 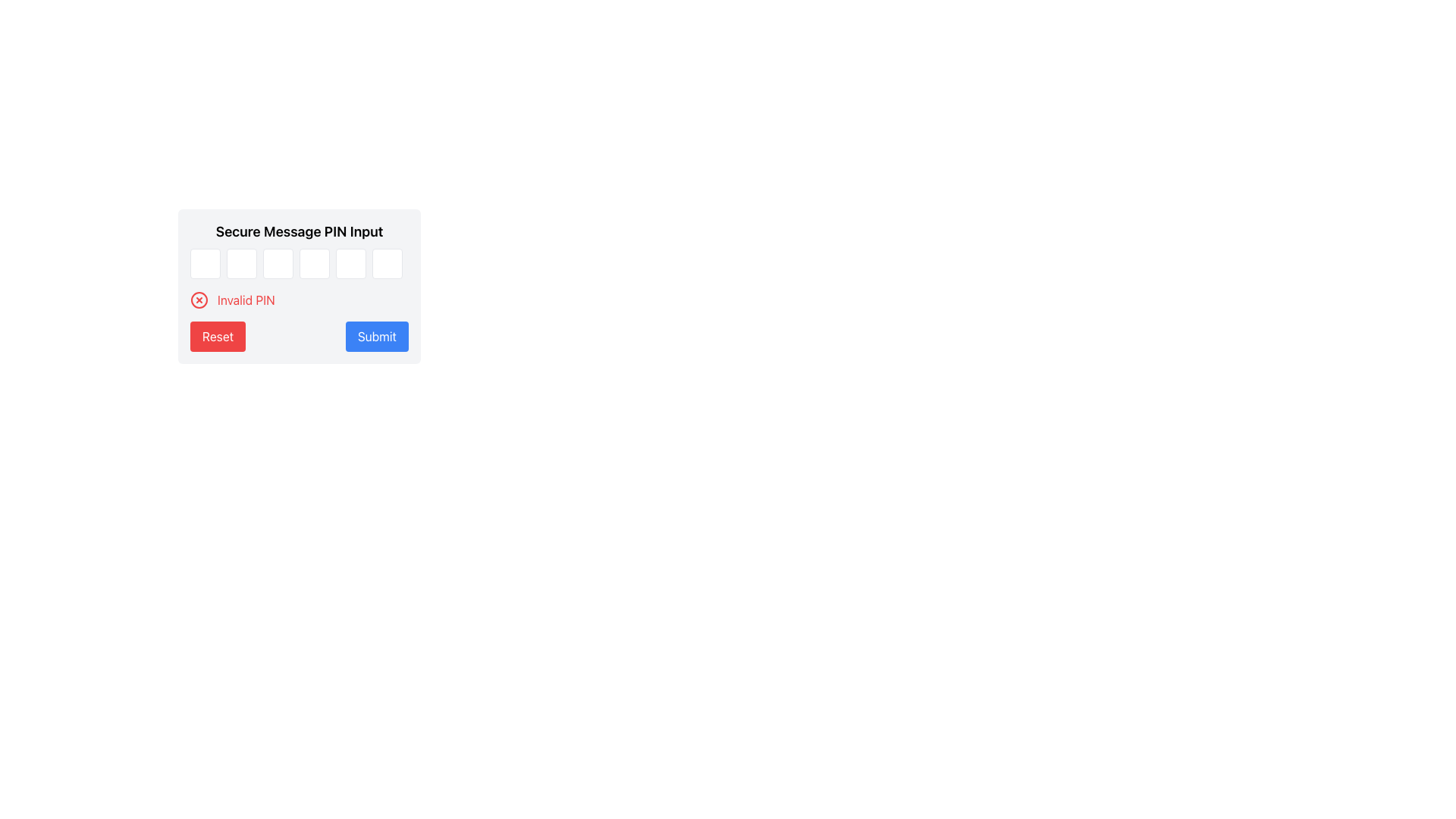 I want to click on inside the second input field of the horizontally aligned group of six fields to focus on it, so click(x=240, y=262).